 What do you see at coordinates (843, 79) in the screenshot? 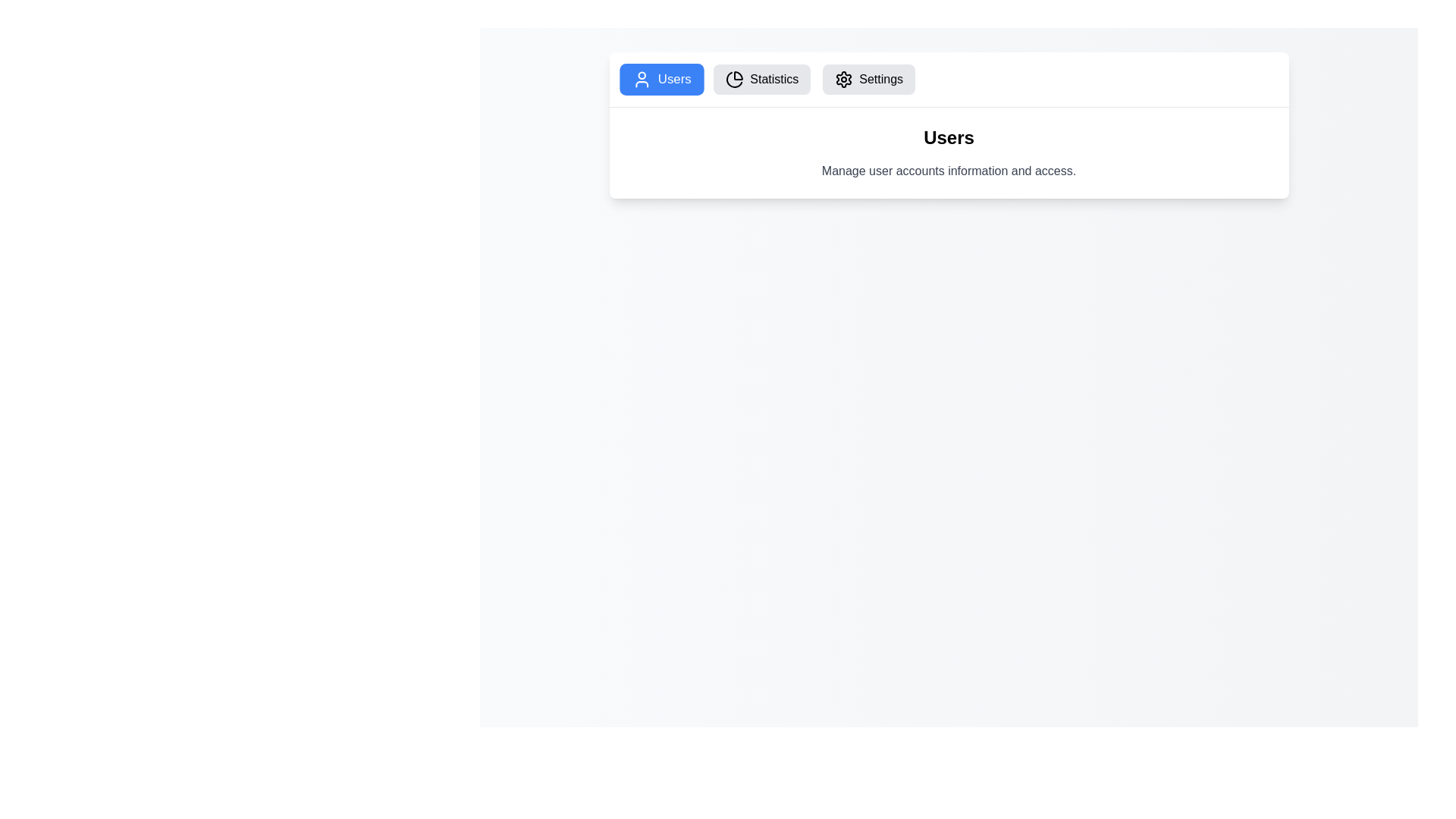
I see `the gear-like icon representing the settings menu in the navigation bar` at bounding box center [843, 79].